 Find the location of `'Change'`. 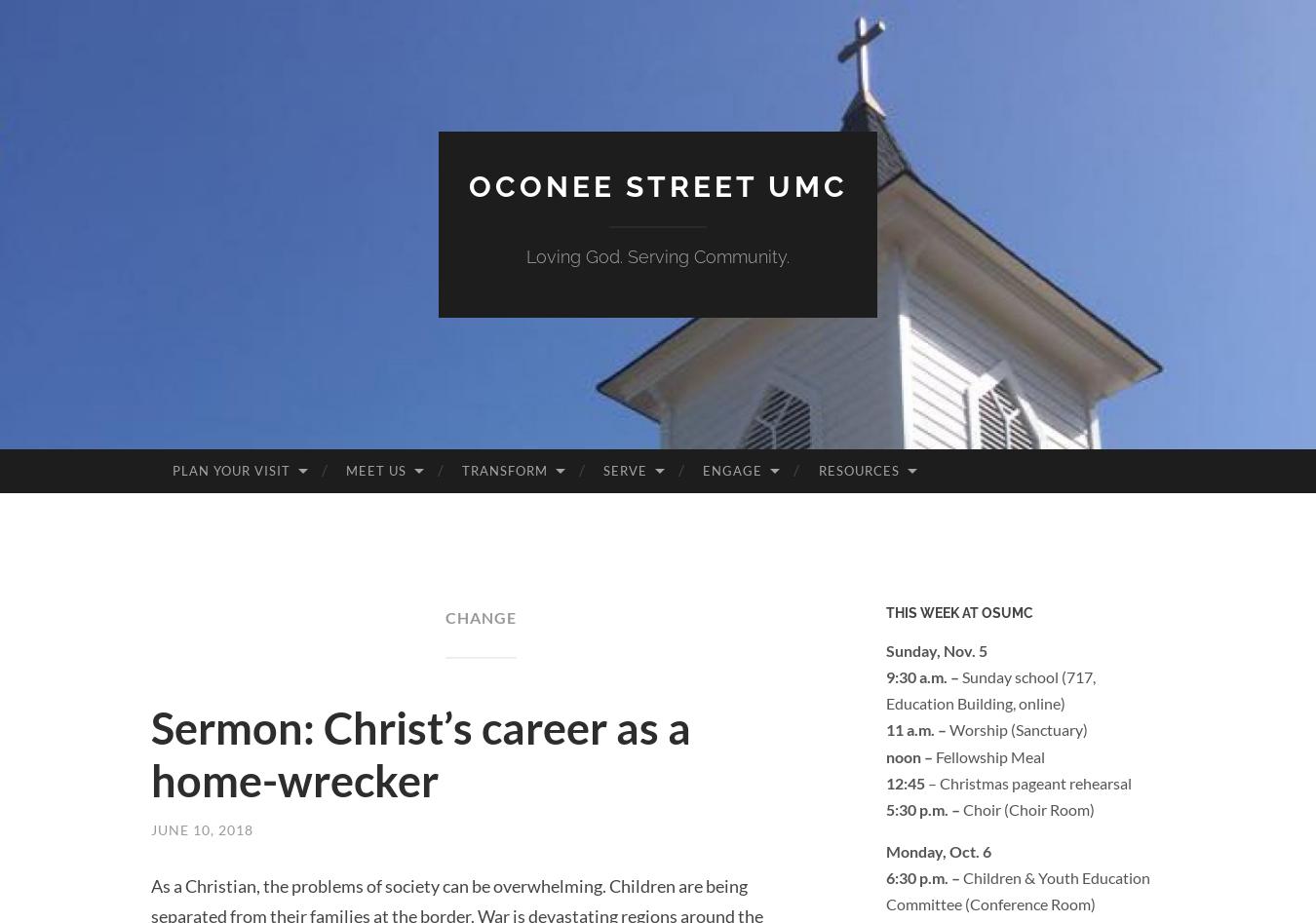

'Change' is located at coordinates (479, 616).